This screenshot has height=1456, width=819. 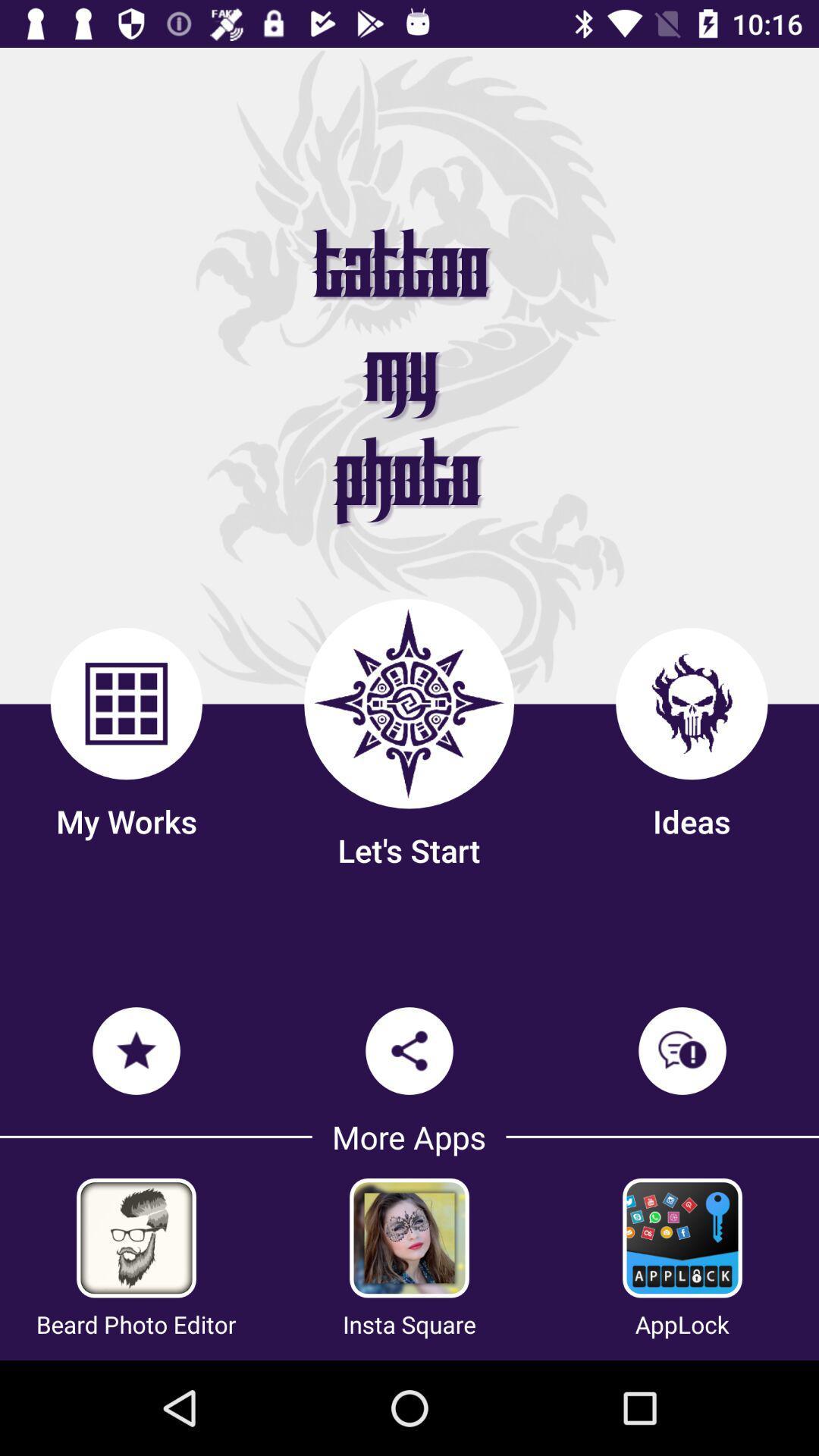 I want to click on open applock app, so click(x=681, y=1238).